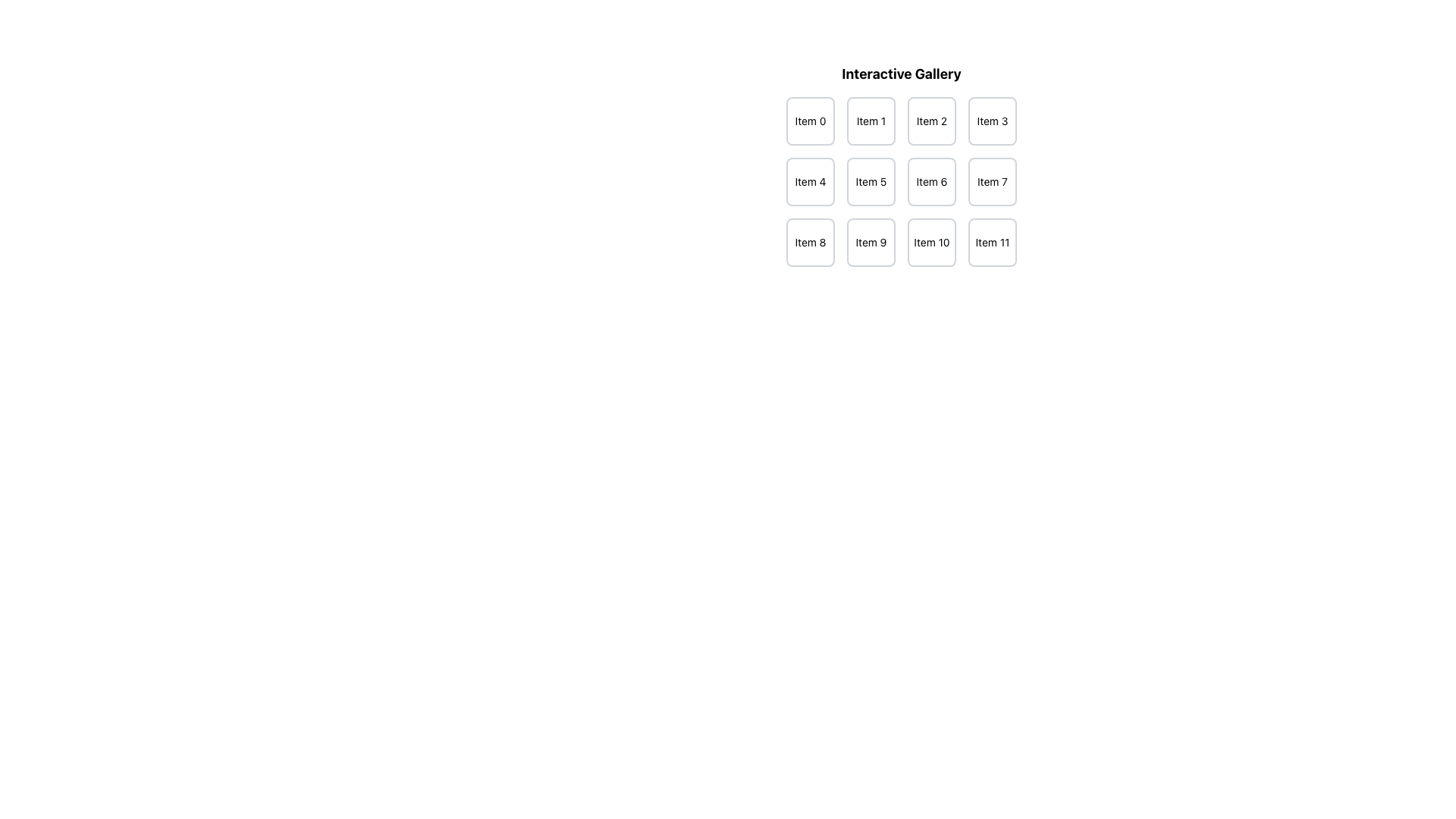 This screenshot has height=819, width=1456. I want to click on the grid cell labeled 'Item 4' located in the second row and first column of a 4x3 grid layout, so click(810, 180).